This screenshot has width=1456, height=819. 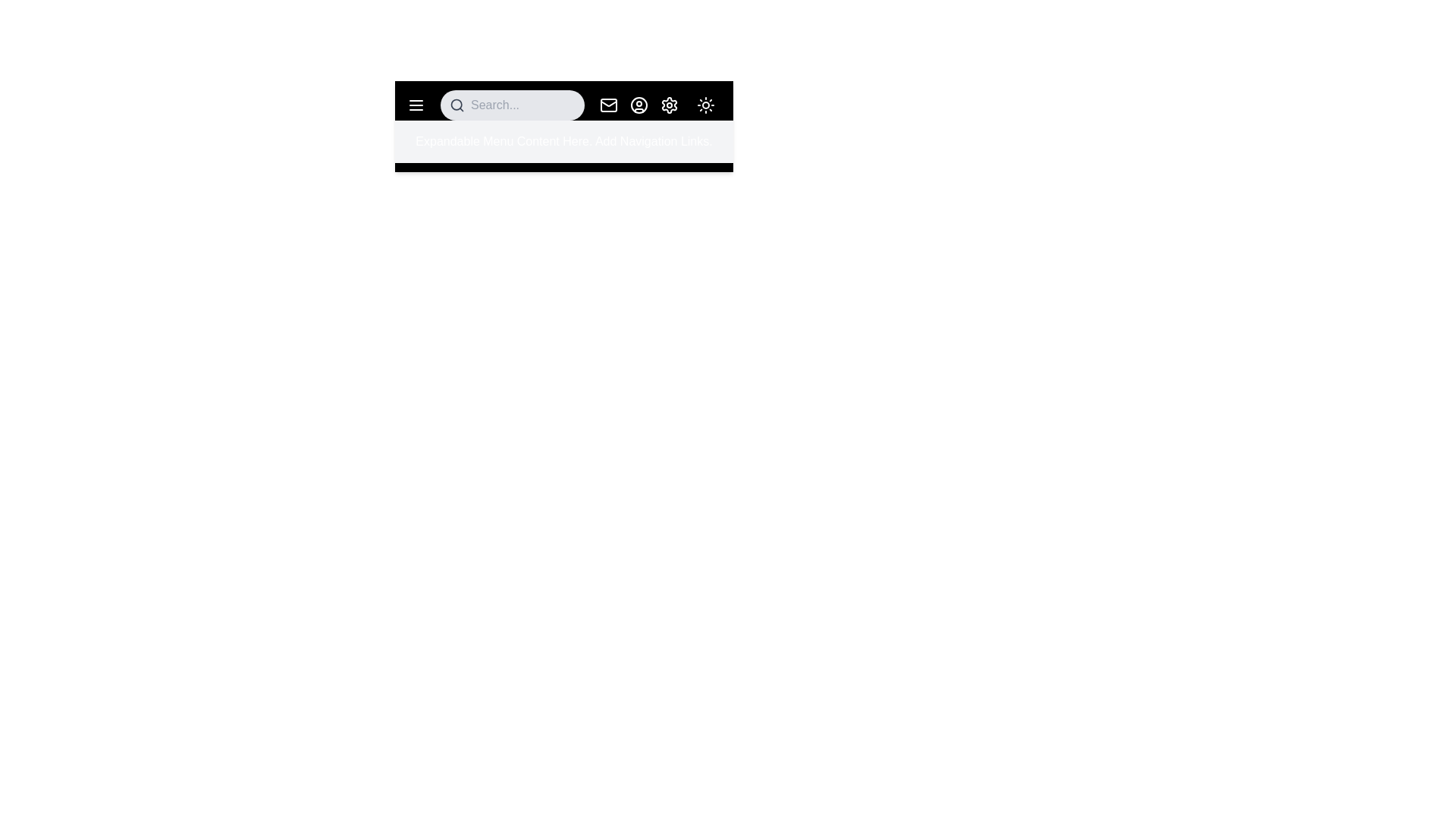 What do you see at coordinates (513, 104) in the screenshot?
I see `the search bar to focus the input field` at bounding box center [513, 104].